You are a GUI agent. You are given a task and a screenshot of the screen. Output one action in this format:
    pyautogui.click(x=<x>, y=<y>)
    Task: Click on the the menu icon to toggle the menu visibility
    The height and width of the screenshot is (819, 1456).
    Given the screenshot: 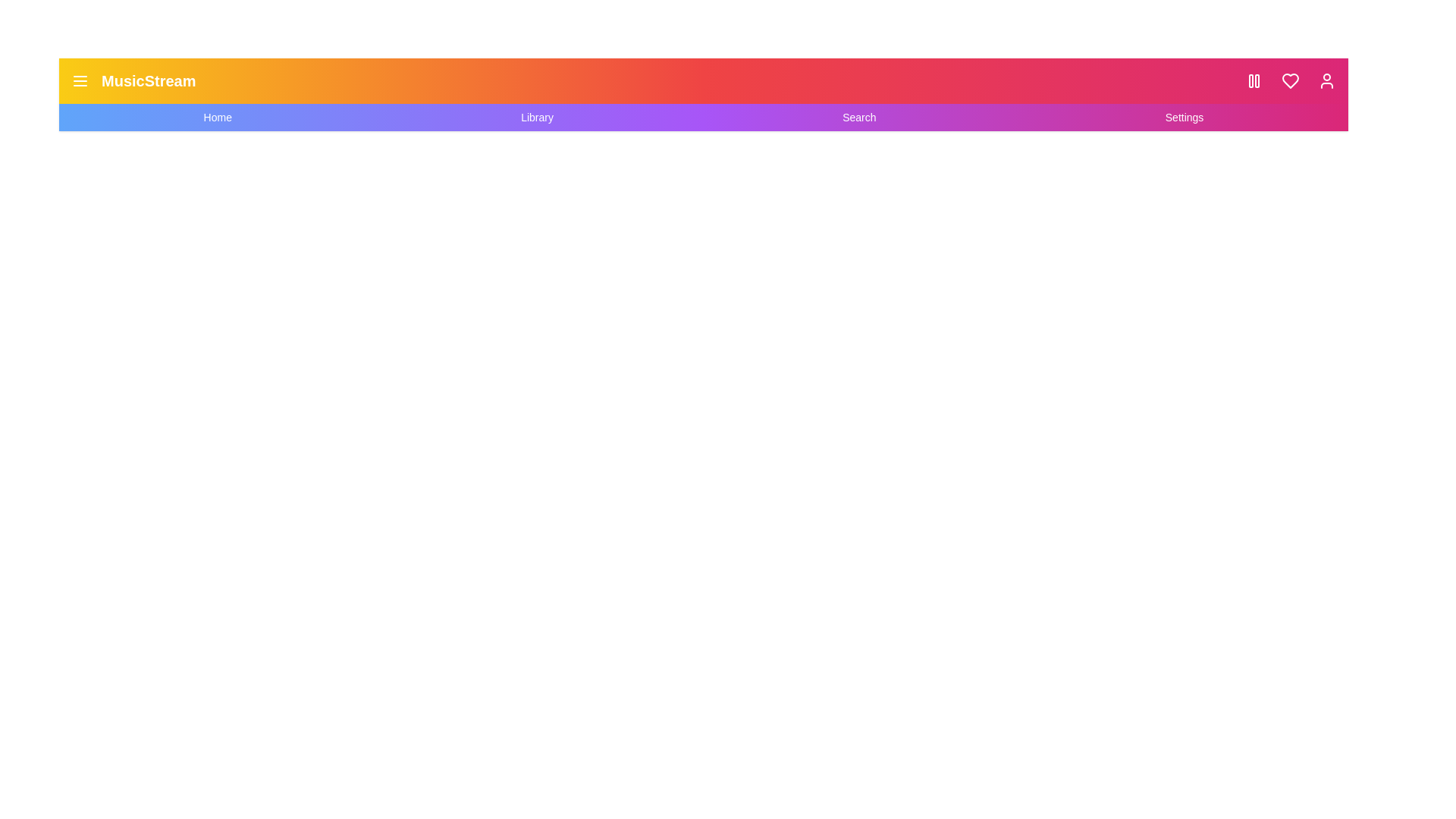 What is the action you would take?
    pyautogui.click(x=79, y=81)
    